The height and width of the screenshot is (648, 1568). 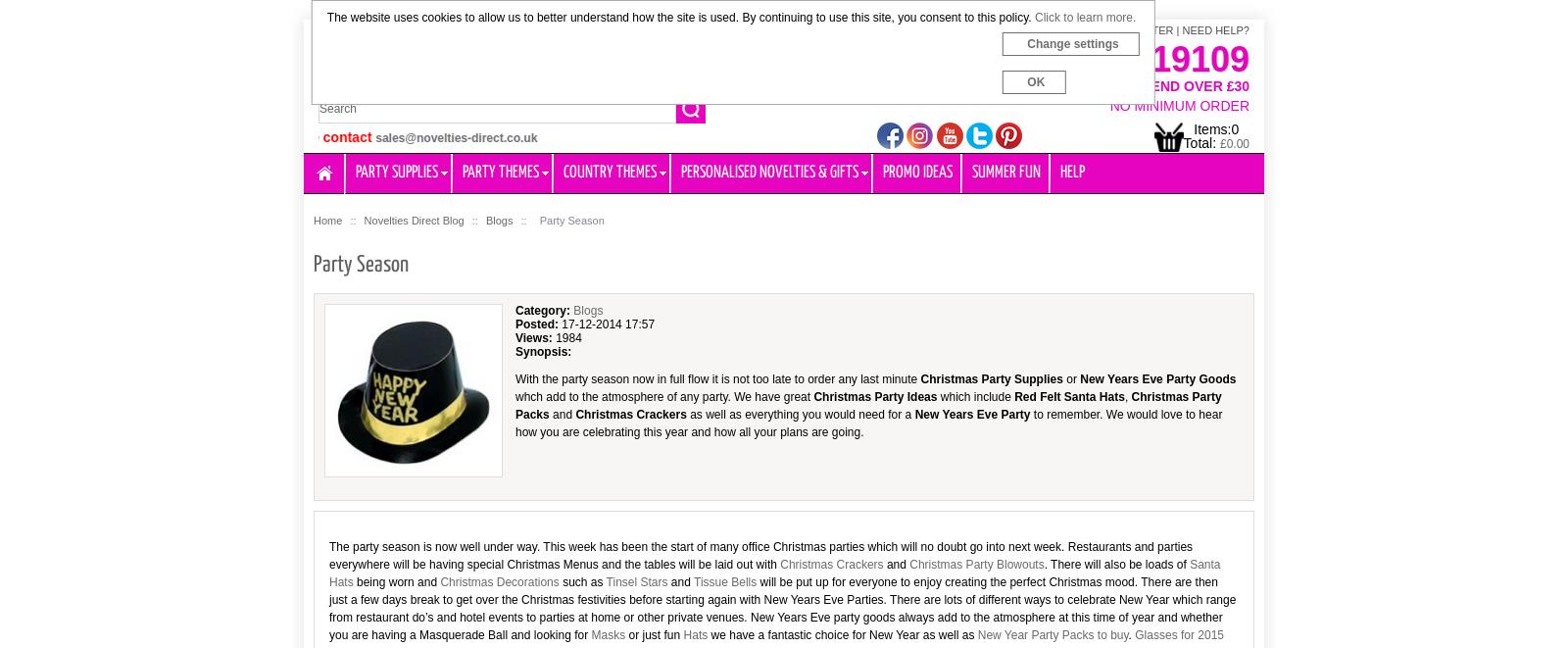 I want to click on 'With the party season now in full flow it is not too late to order any last minute', so click(x=717, y=379).